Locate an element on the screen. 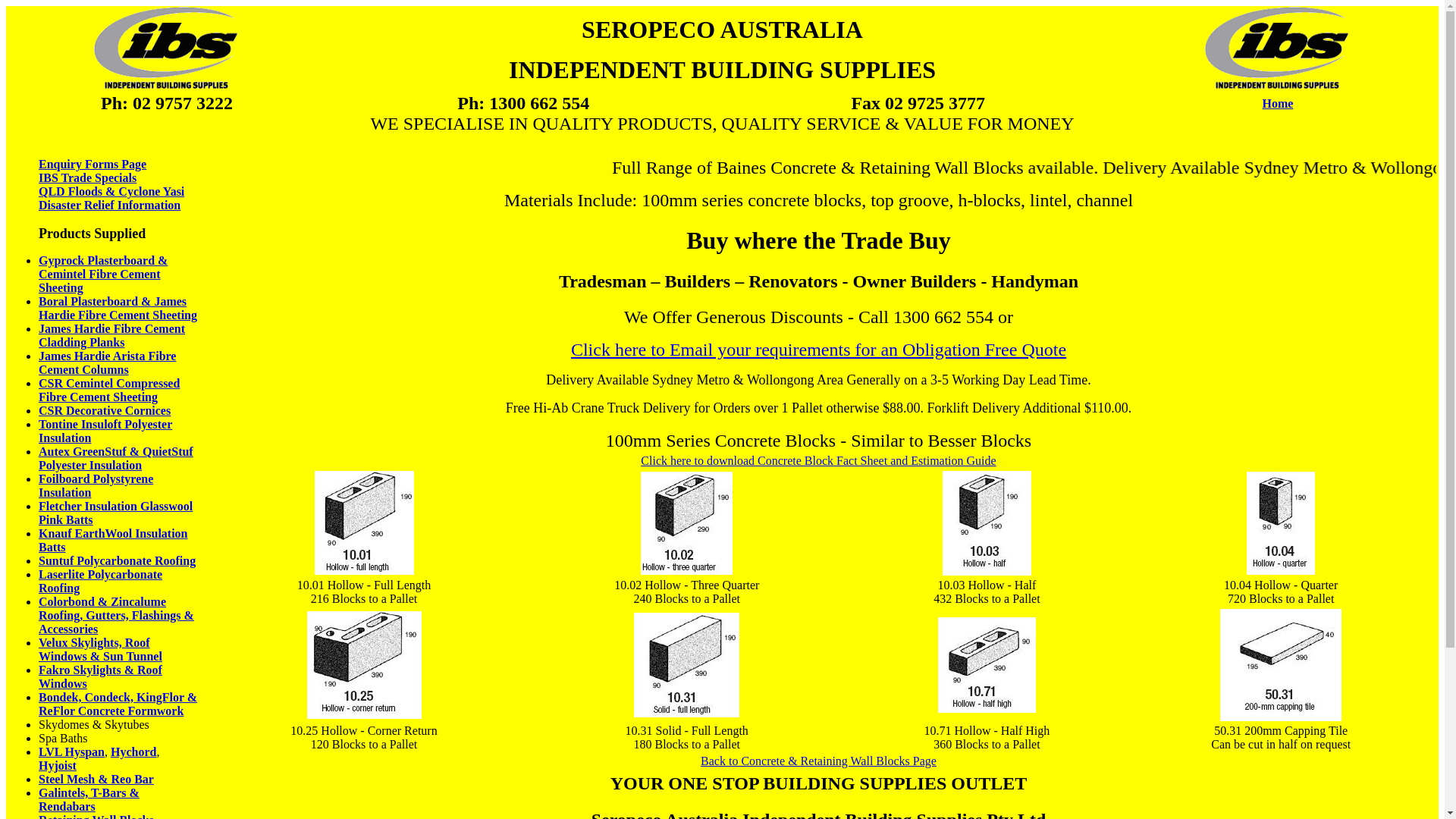  'Boral Plasterboard & James Hardie Fibre Cement Sheeting' is located at coordinates (117, 307).